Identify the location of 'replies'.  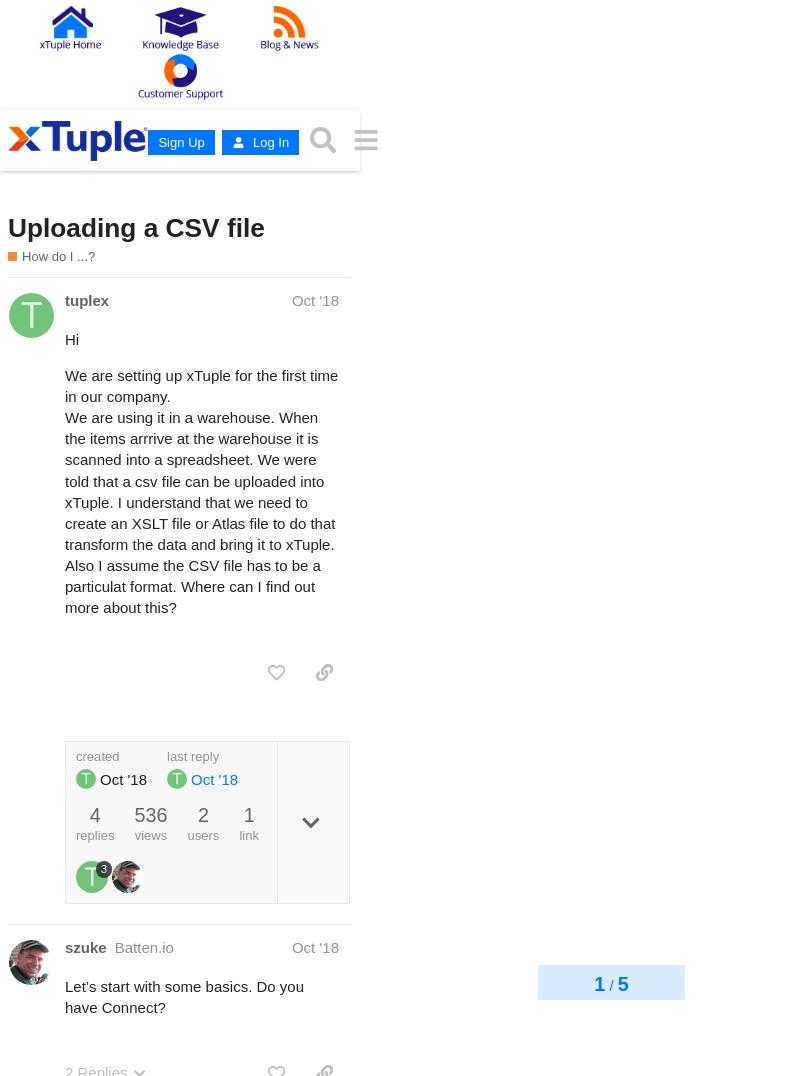
(95, 833).